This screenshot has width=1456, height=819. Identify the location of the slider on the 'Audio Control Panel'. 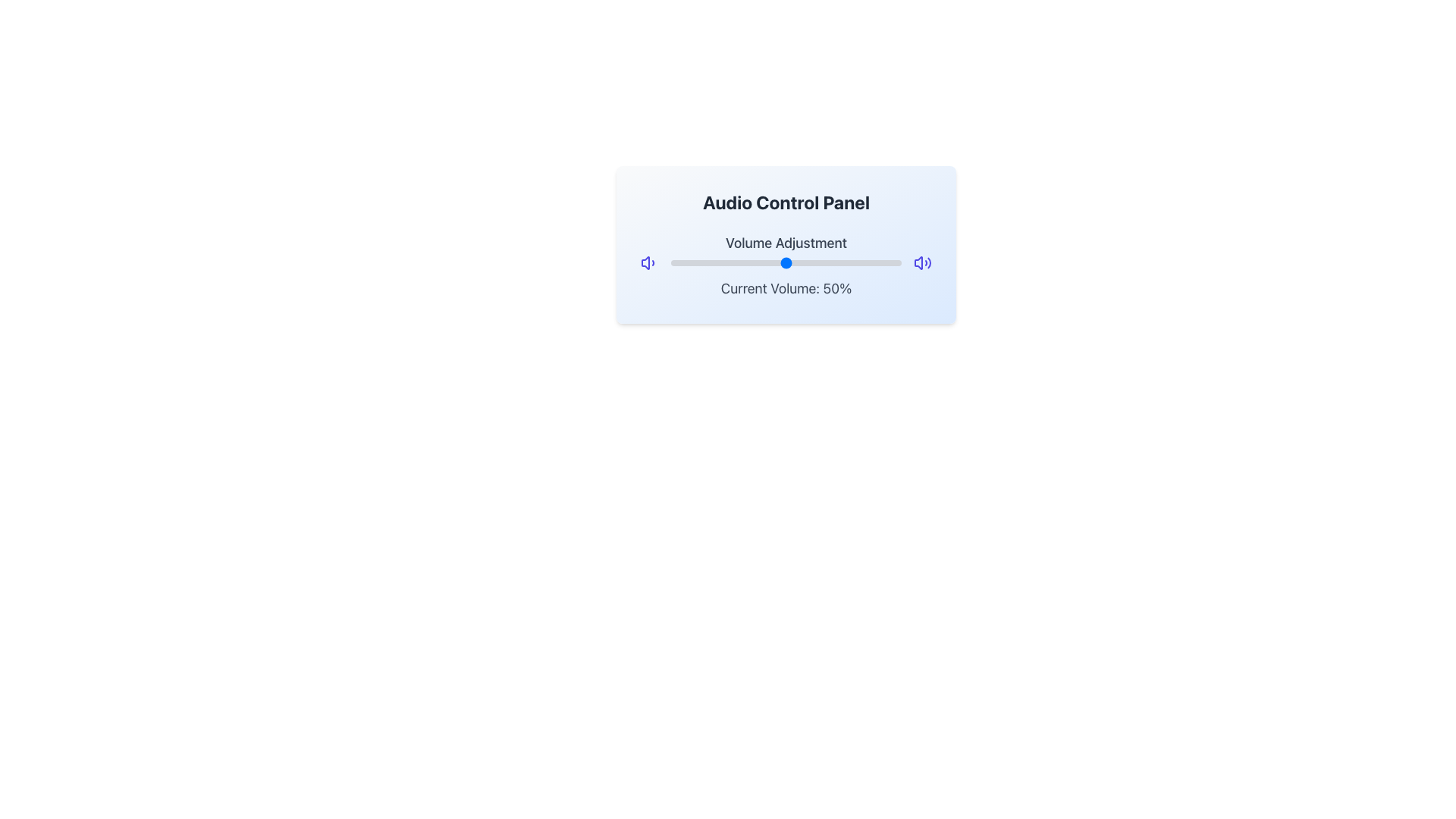
(786, 262).